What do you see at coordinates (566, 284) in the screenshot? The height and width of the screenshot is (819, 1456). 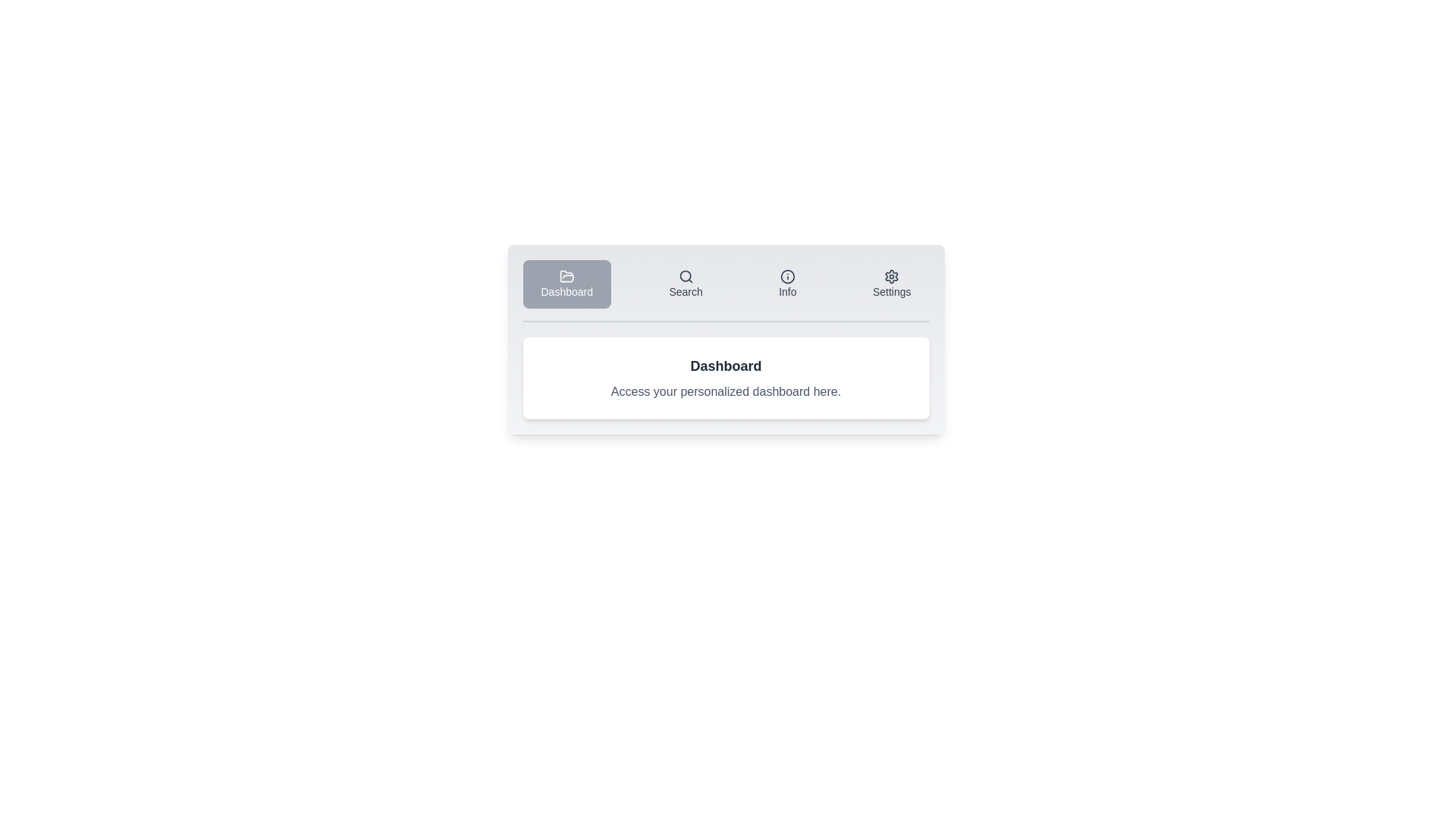 I see `the tab labeled Dashboard to observe its hover effect` at bounding box center [566, 284].